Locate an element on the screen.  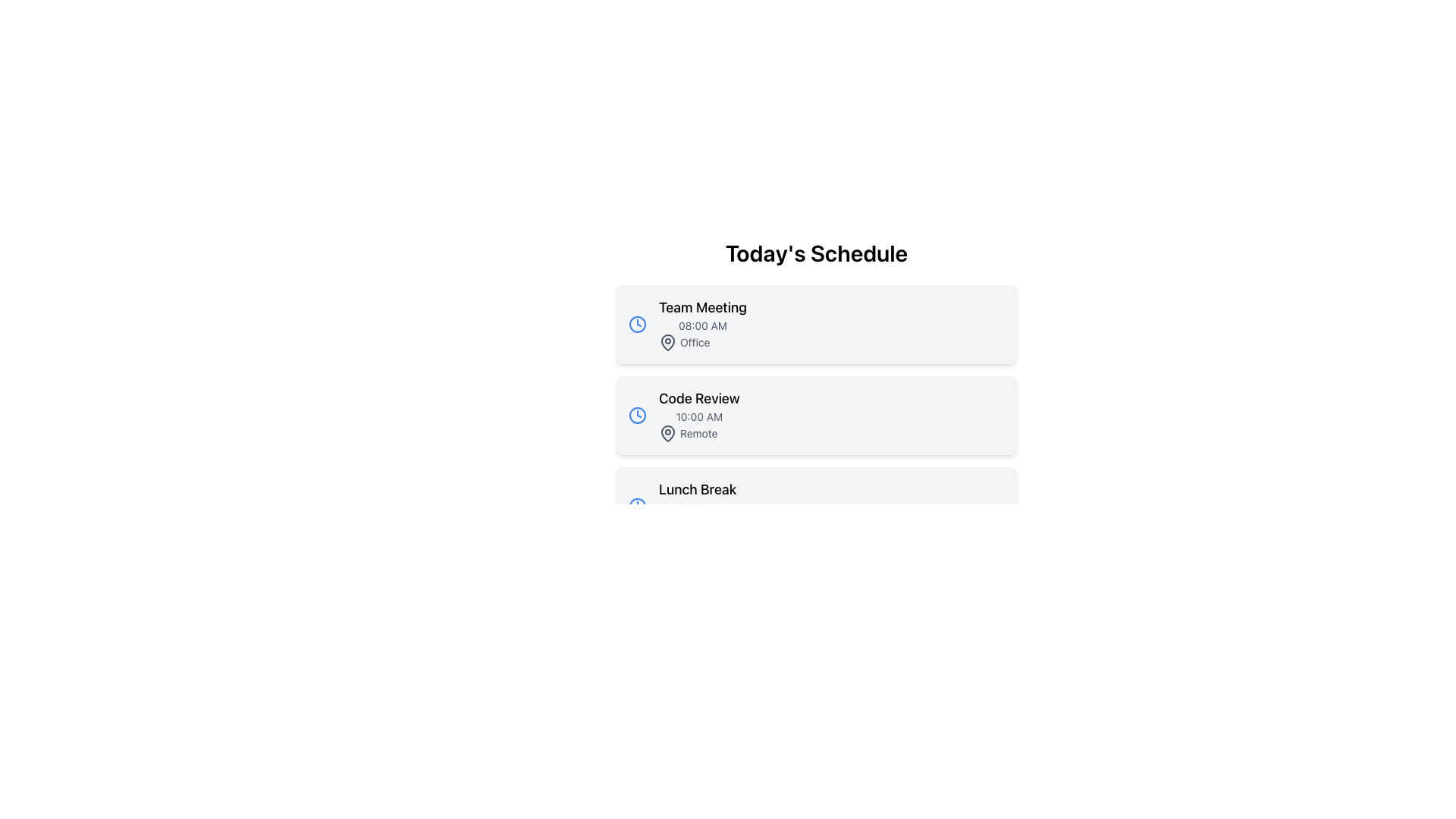
the icon representing the location of the 'Team Meeting' event, which is visually associated with the text 'Office' is located at coordinates (667, 342).